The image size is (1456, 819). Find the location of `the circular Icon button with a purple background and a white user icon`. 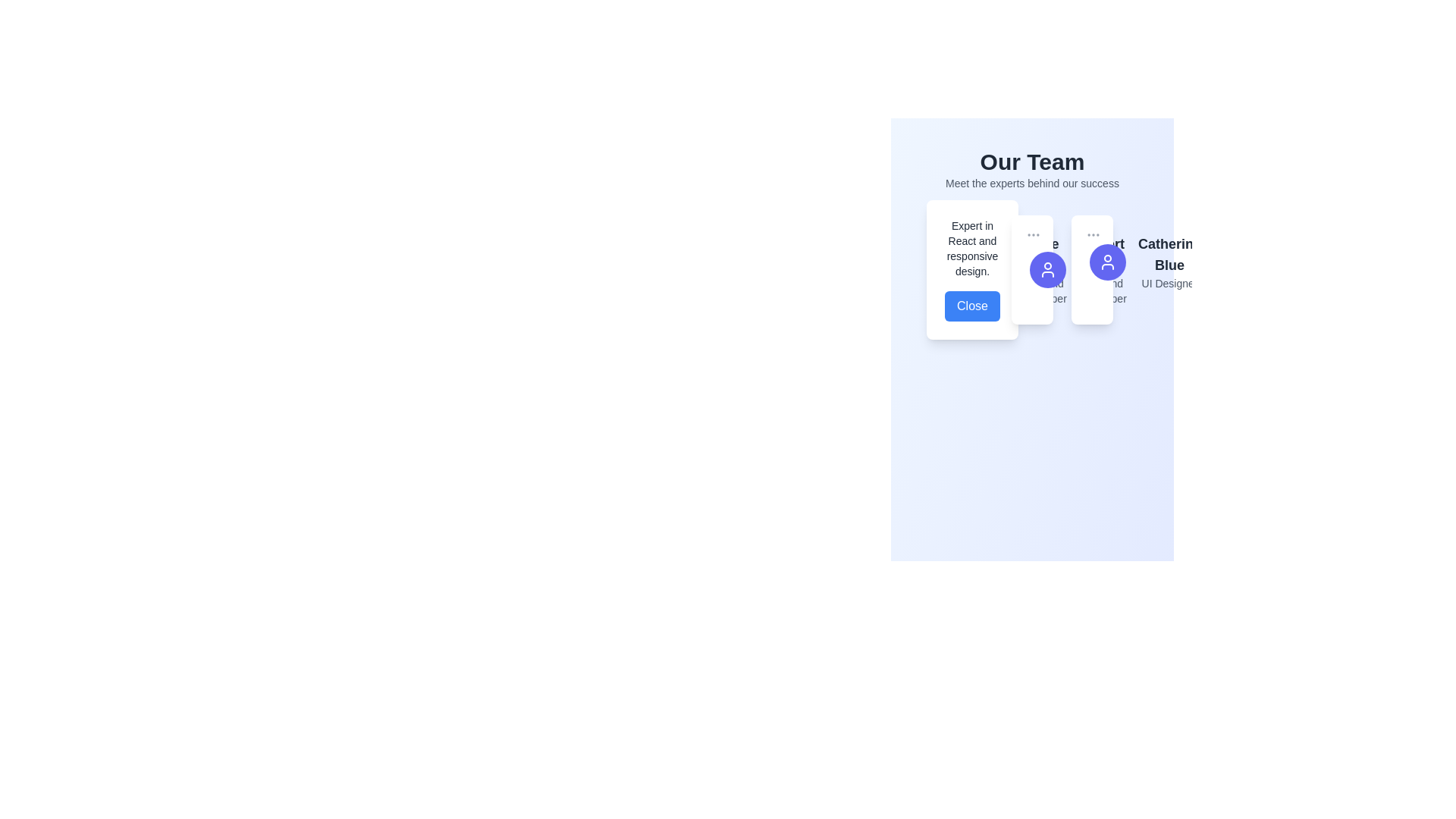

the circular Icon button with a purple background and a white user icon is located at coordinates (1107, 262).